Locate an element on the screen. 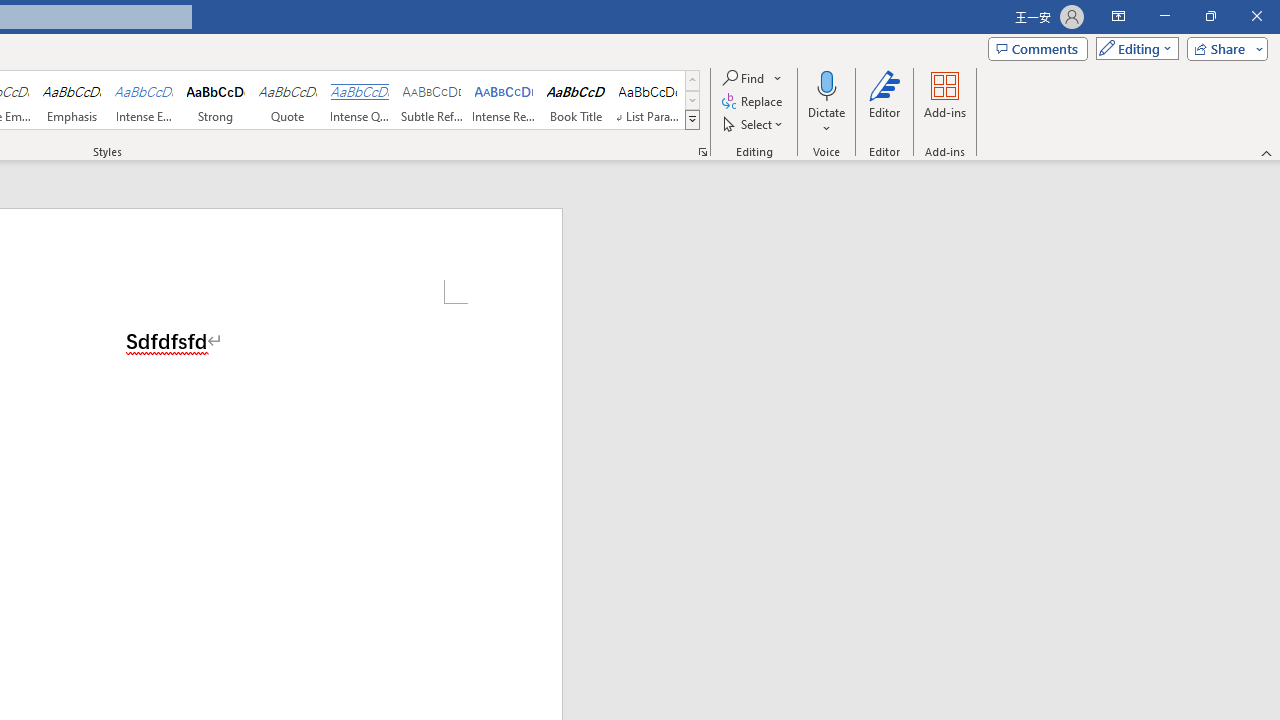 This screenshot has width=1280, height=720. 'Row Down' is located at coordinates (692, 100).